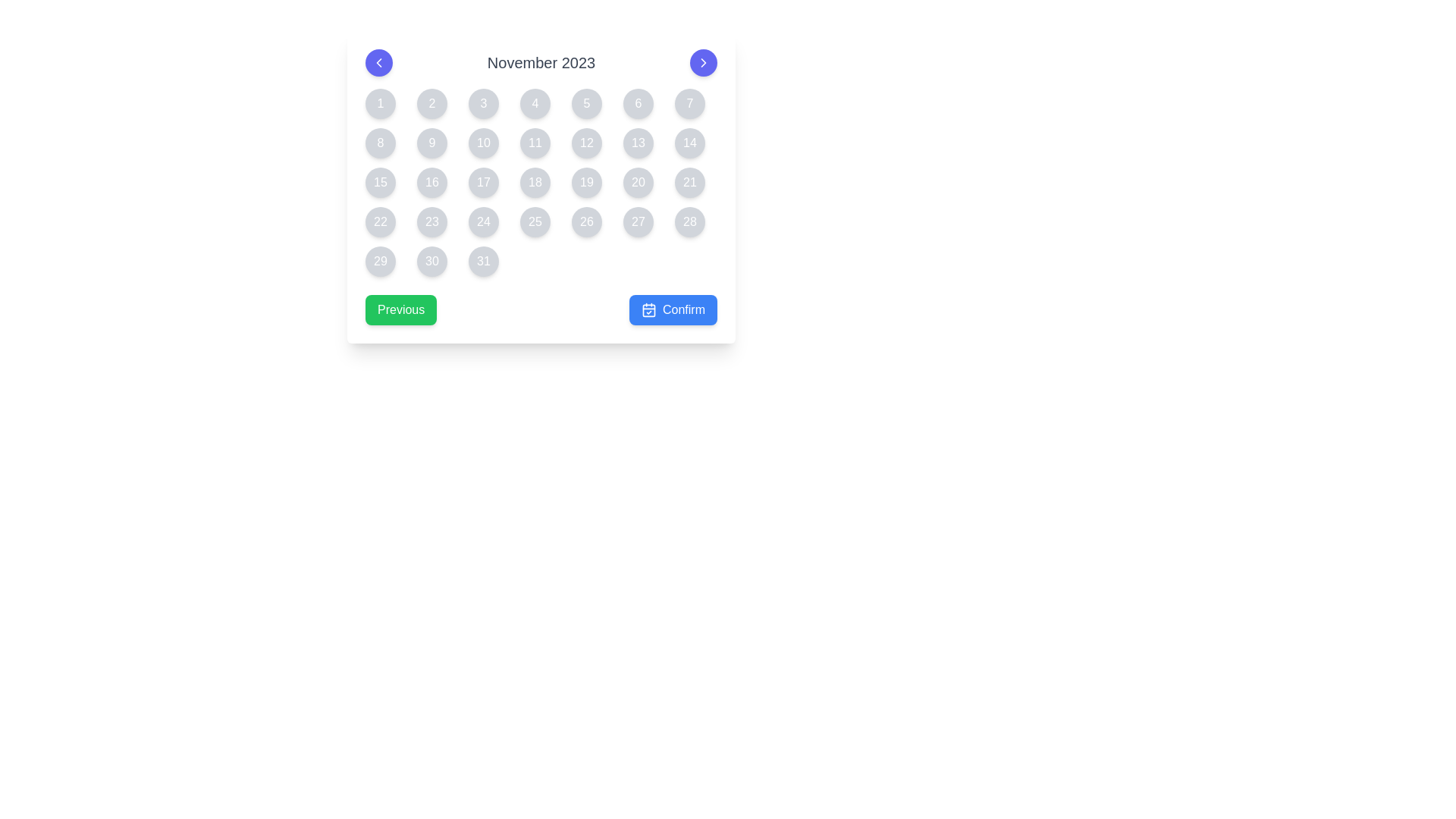 The image size is (1456, 819). What do you see at coordinates (483, 181) in the screenshot?
I see `the circular button with a gray background displaying the number '17' in white text` at bounding box center [483, 181].